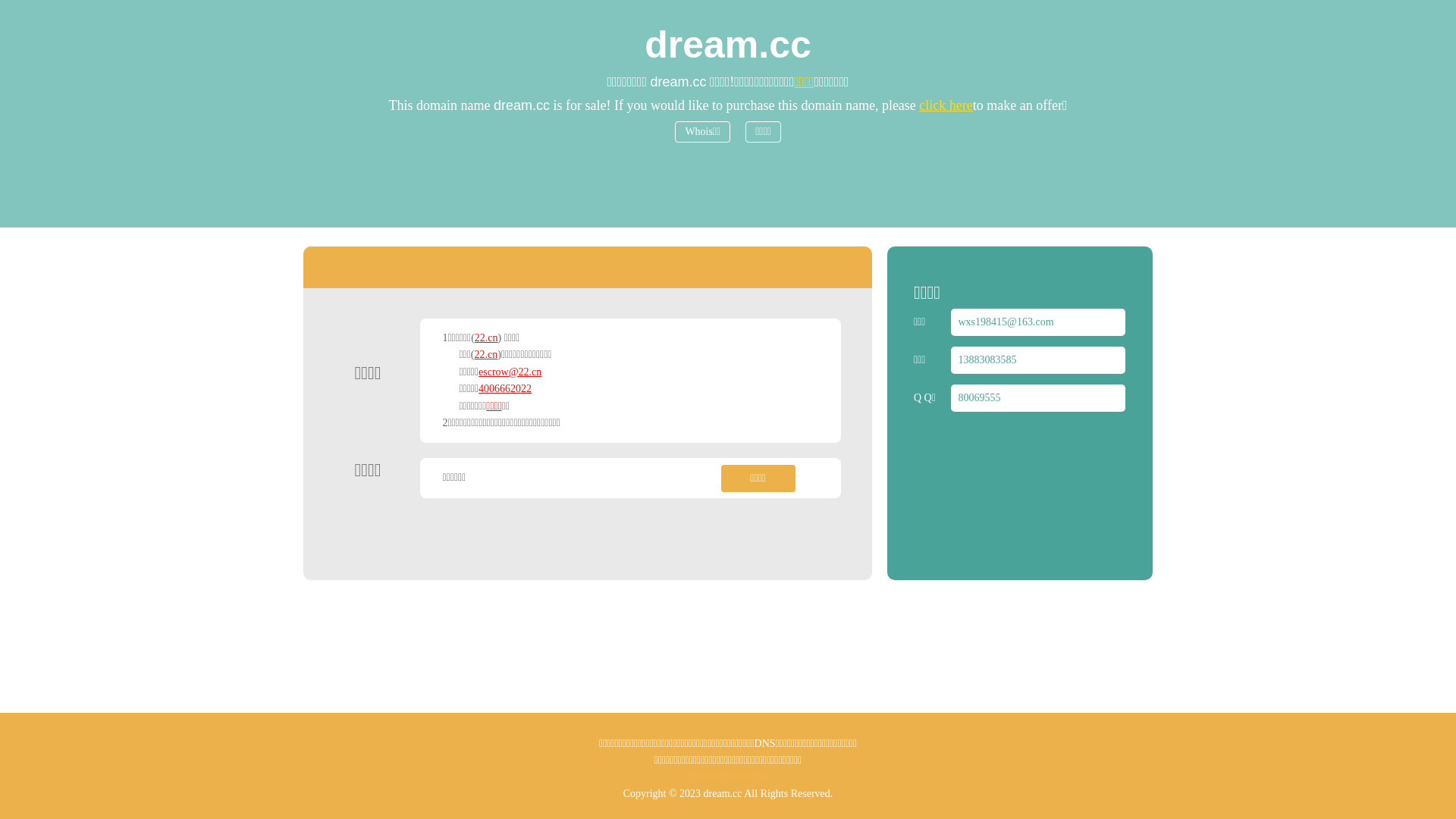 Image resolution: width=1456 pixels, height=819 pixels. What do you see at coordinates (486, 354) in the screenshot?
I see `'22.cn'` at bounding box center [486, 354].